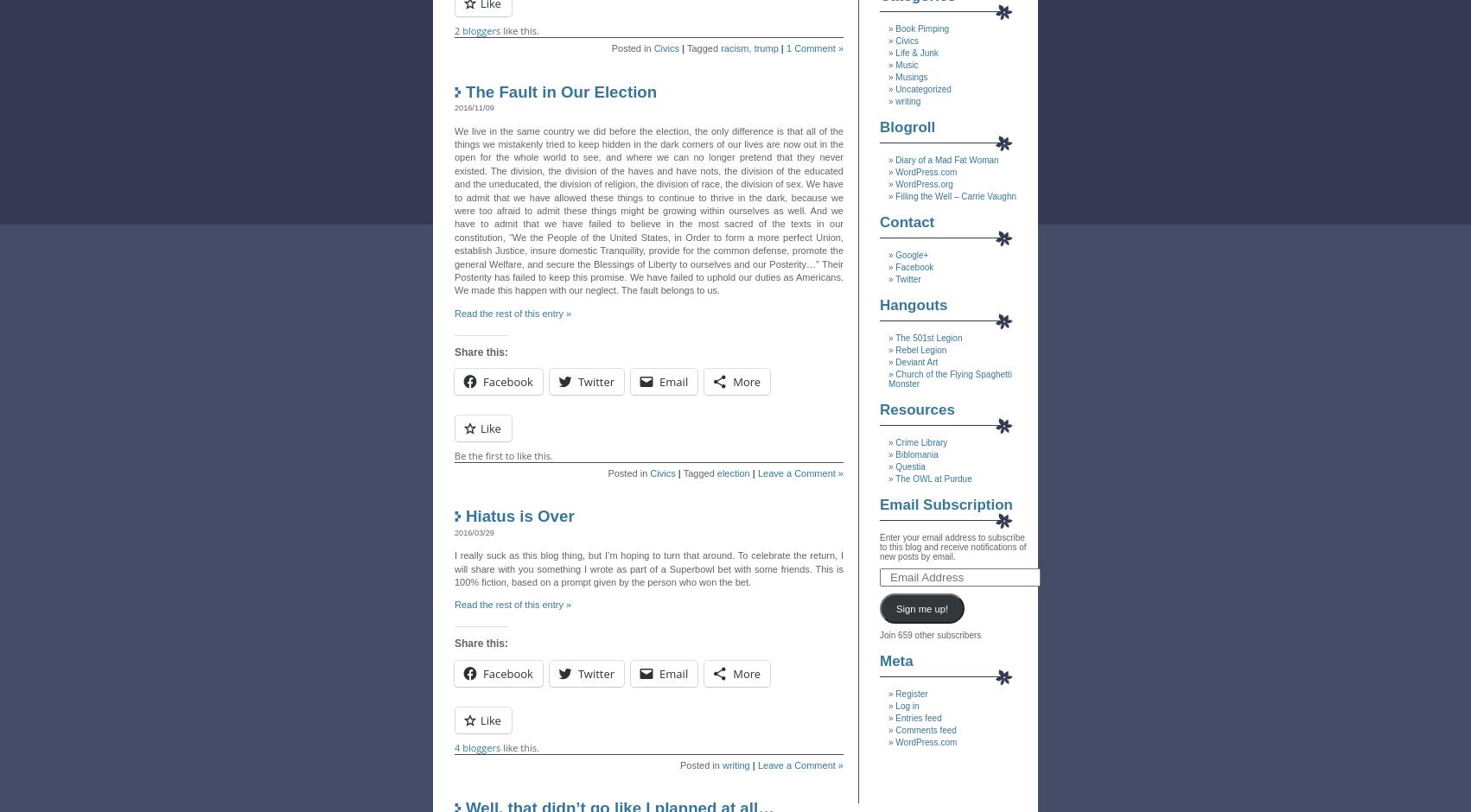 This screenshot has width=1471, height=812. Describe the element at coordinates (910, 77) in the screenshot. I see `'Musings'` at that location.